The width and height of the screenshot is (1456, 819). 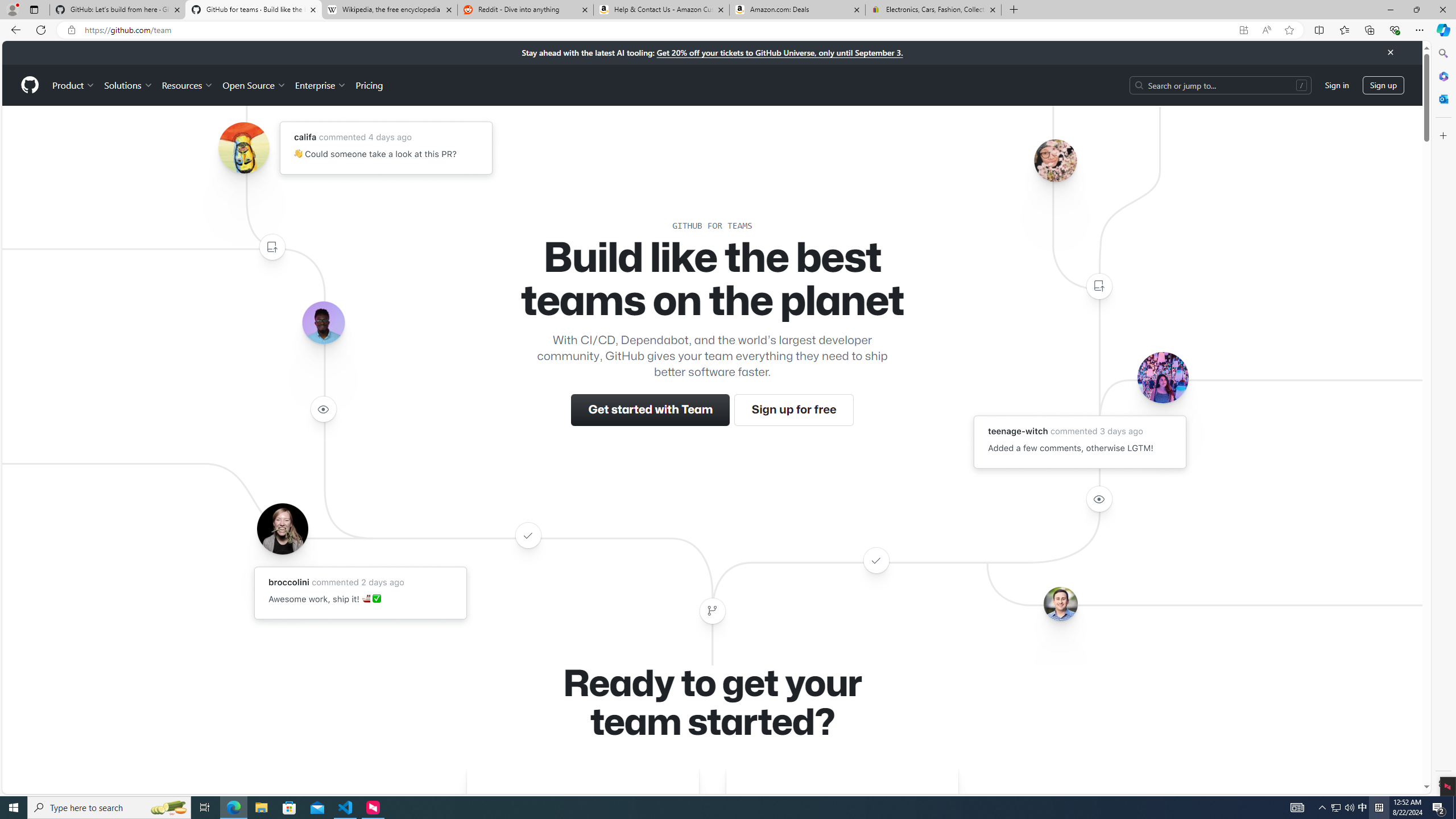 What do you see at coordinates (255, 85) in the screenshot?
I see `'Open Source'` at bounding box center [255, 85].